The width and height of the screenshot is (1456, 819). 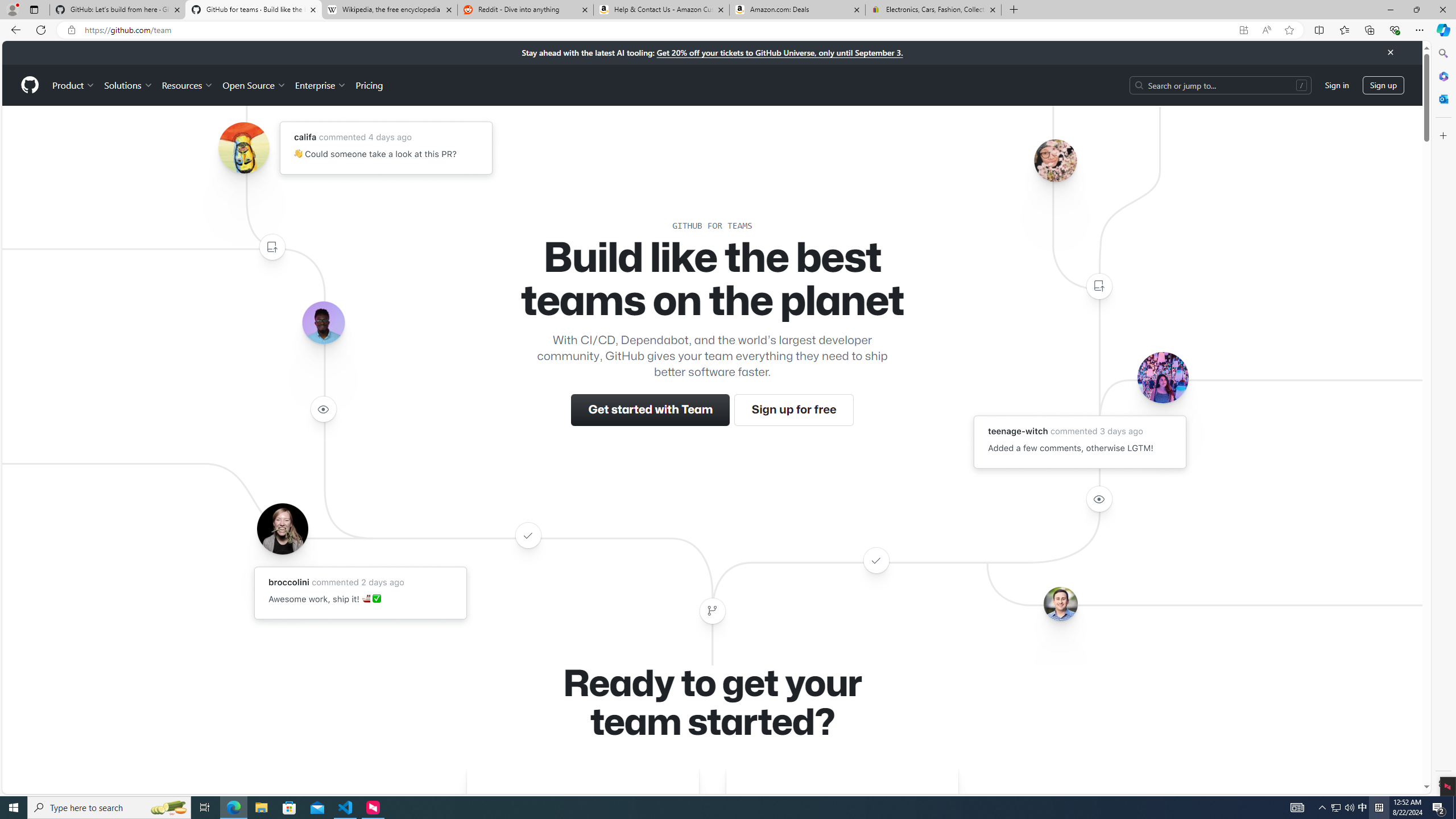 What do you see at coordinates (255, 85) in the screenshot?
I see `'Open Source'` at bounding box center [255, 85].